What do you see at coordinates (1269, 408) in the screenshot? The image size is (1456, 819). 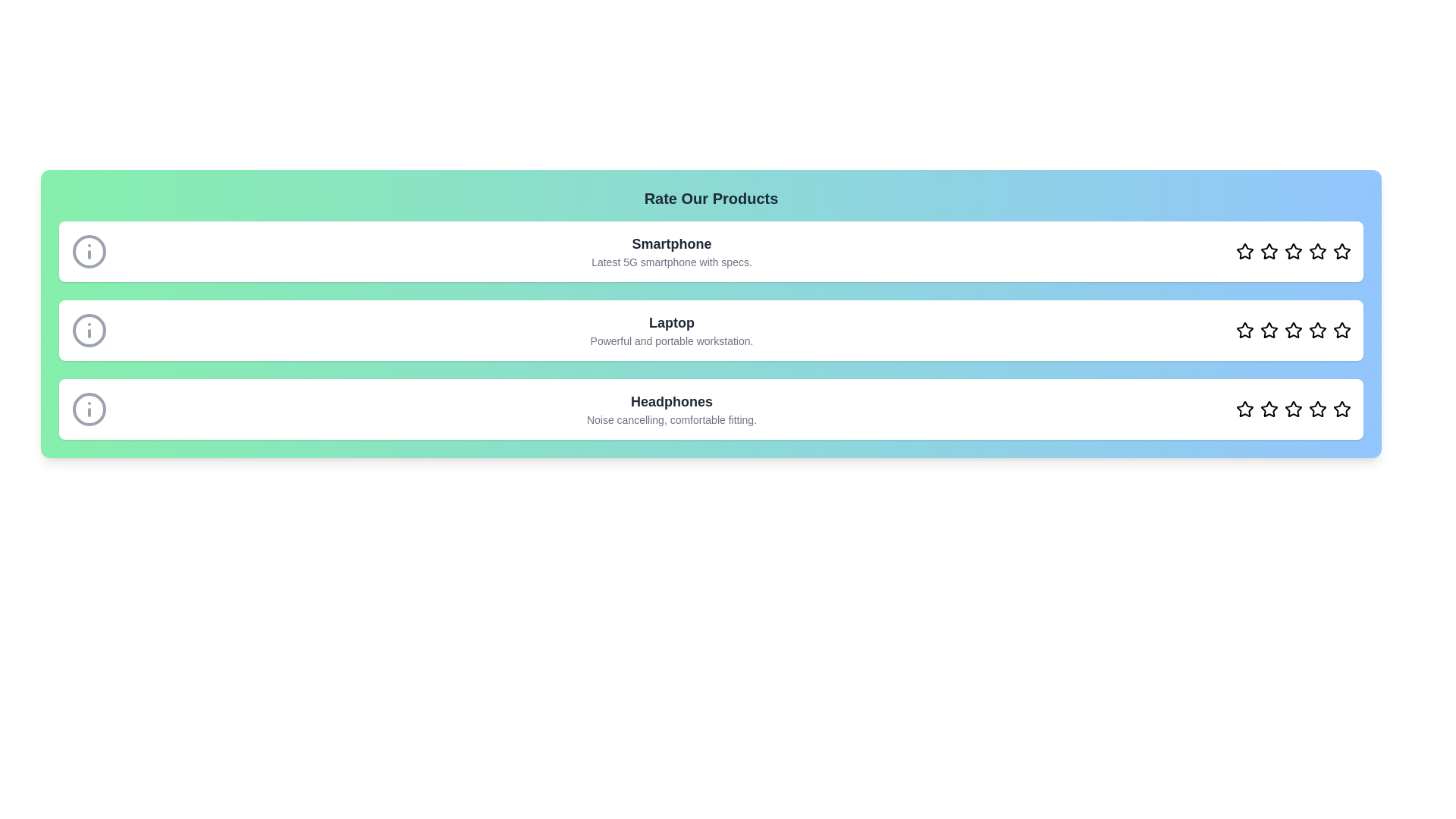 I see `the second star` at bounding box center [1269, 408].